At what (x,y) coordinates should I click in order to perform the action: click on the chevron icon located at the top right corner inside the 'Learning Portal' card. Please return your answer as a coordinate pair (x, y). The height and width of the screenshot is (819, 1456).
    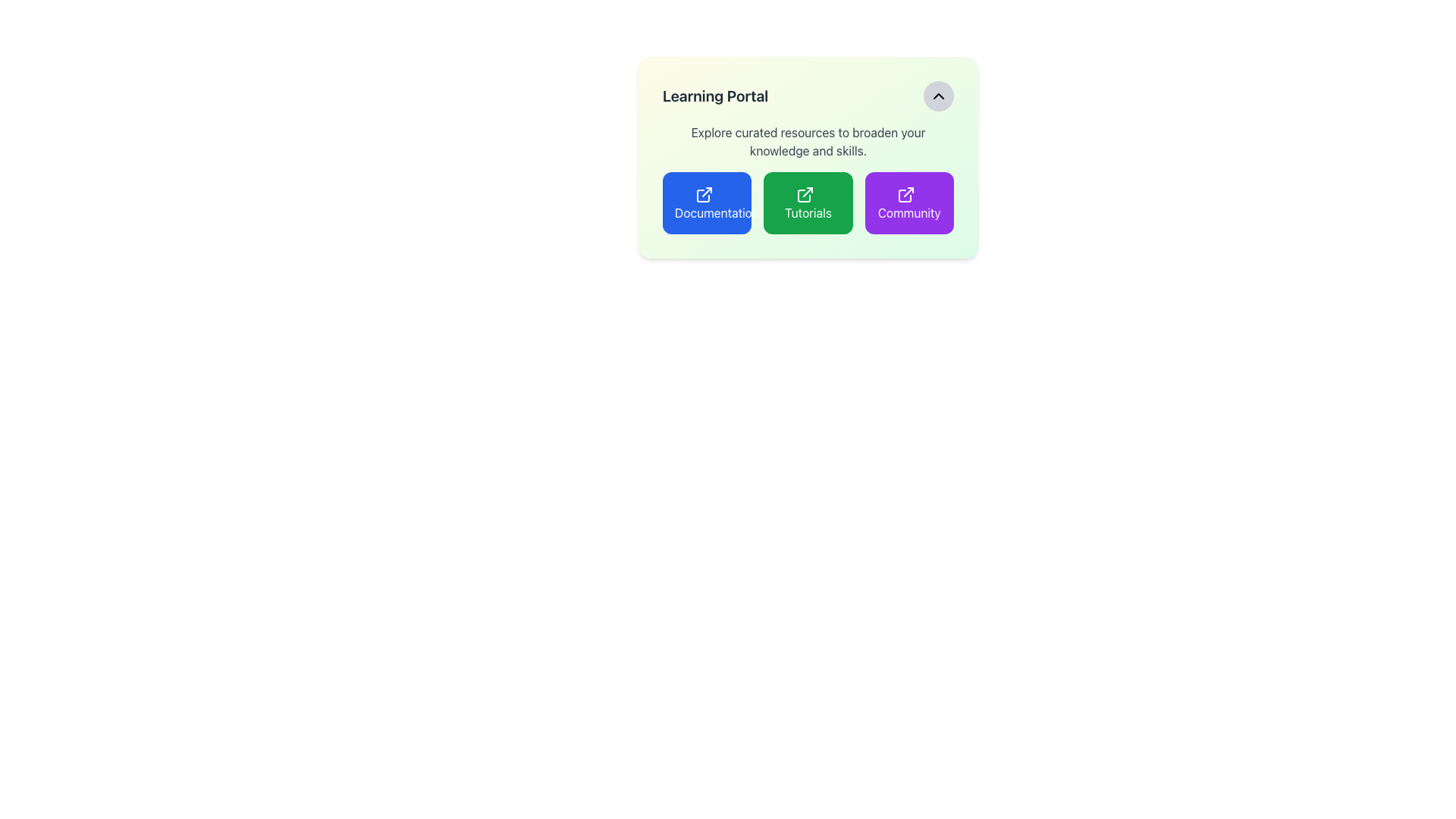
    Looking at the image, I should click on (938, 96).